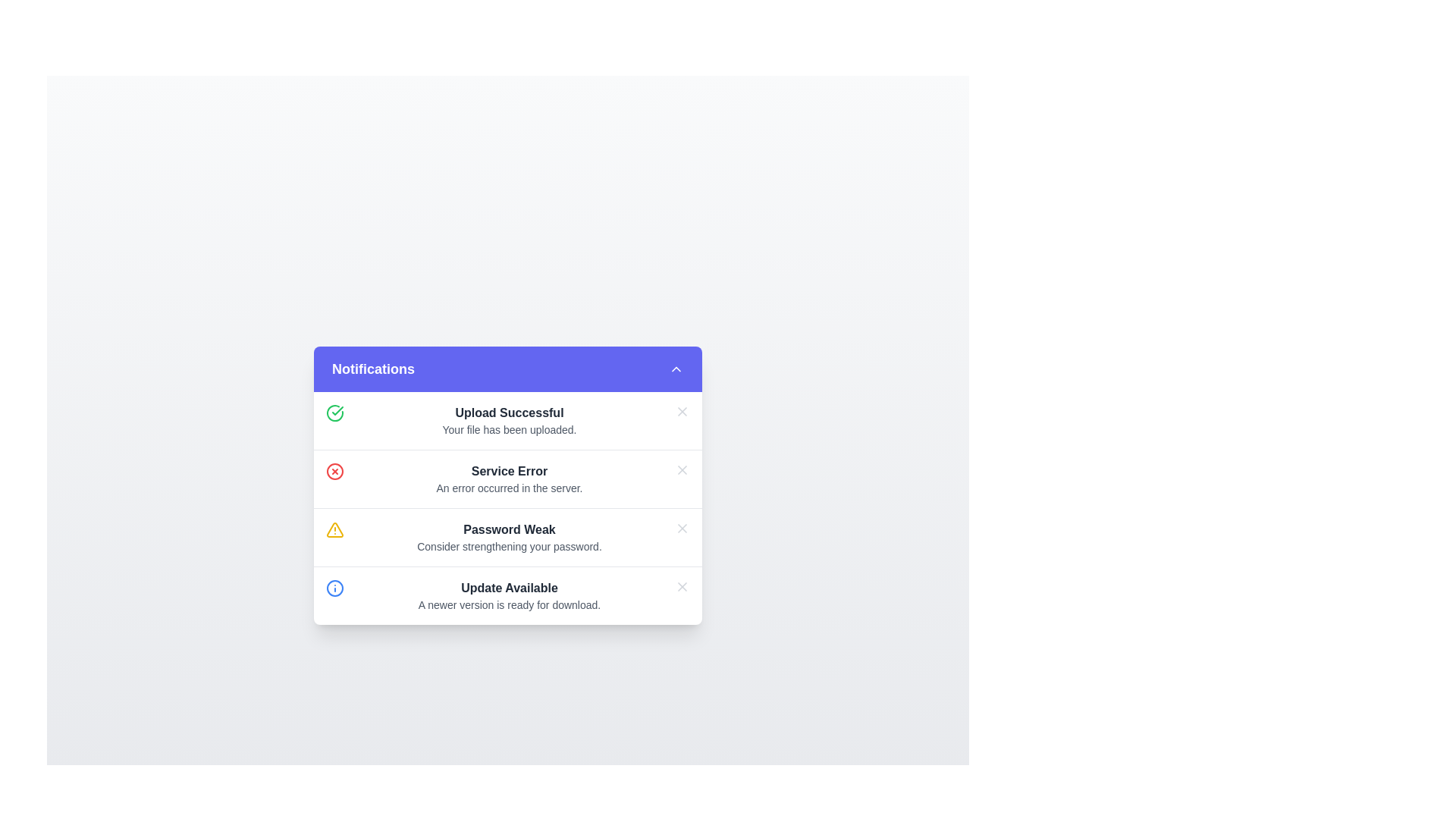 The image size is (1456, 819). What do you see at coordinates (508, 508) in the screenshot?
I see `the third notification item in the vertically stacked list of notifications, which includes headers like 'Upload Successful' and 'Service Error.'` at bounding box center [508, 508].